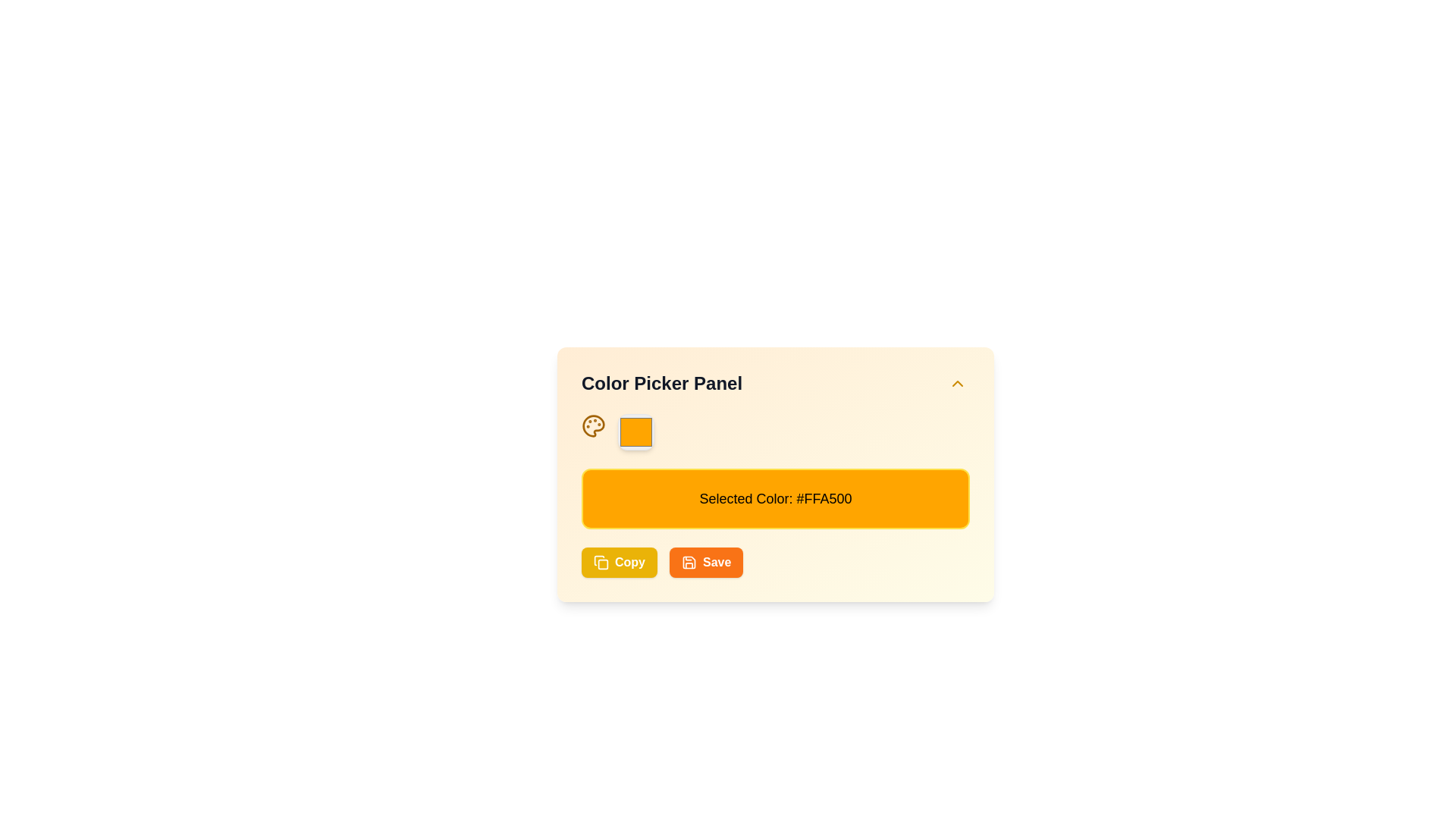 Image resolution: width=1456 pixels, height=819 pixels. What do you see at coordinates (592, 426) in the screenshot?
I see `the color selection icon located at the top-left corner of the Color Picker Panel` at bounding box center [592, 426].